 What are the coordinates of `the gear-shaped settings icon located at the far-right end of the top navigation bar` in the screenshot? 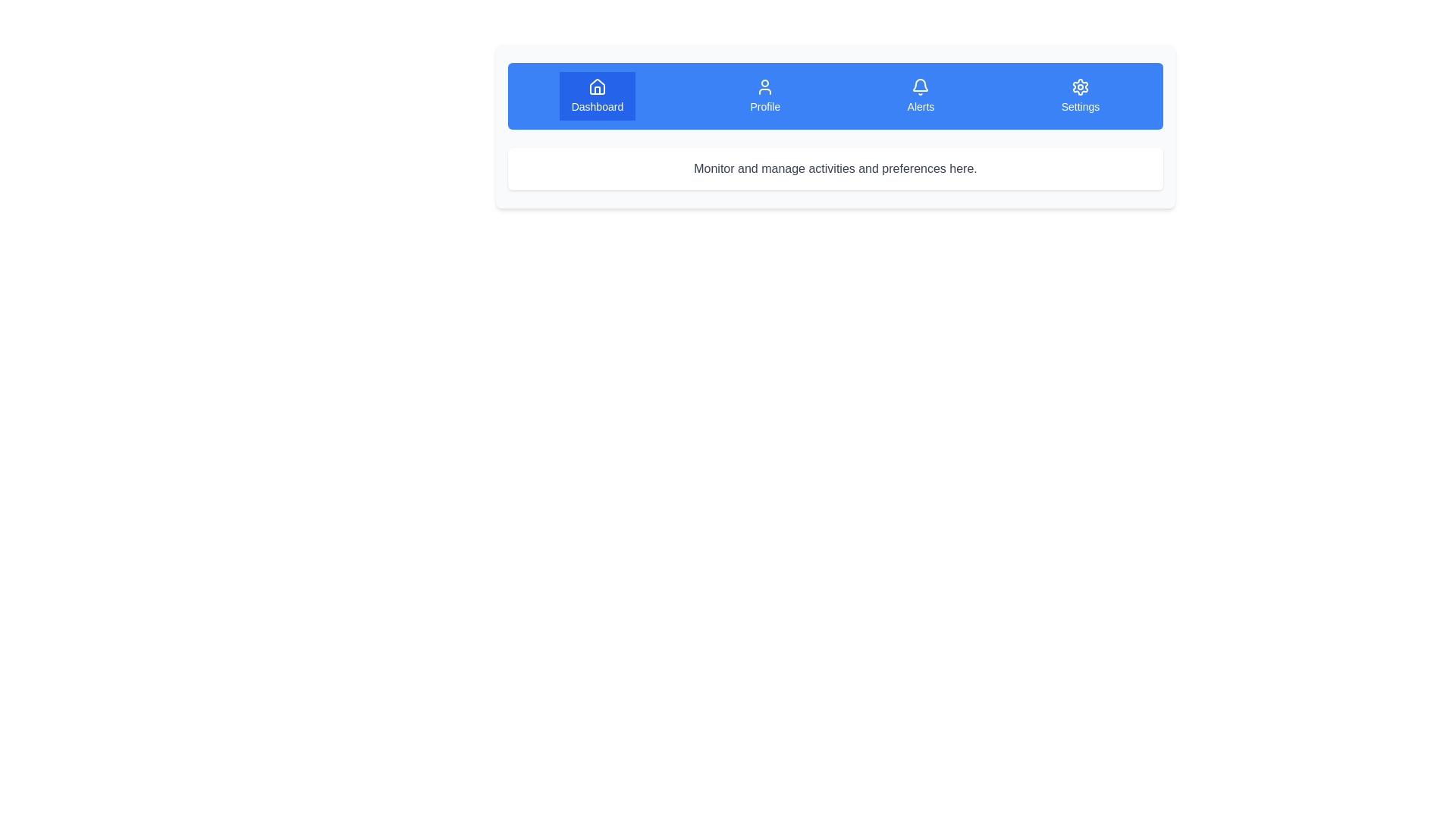 It's located at (1080, 87).